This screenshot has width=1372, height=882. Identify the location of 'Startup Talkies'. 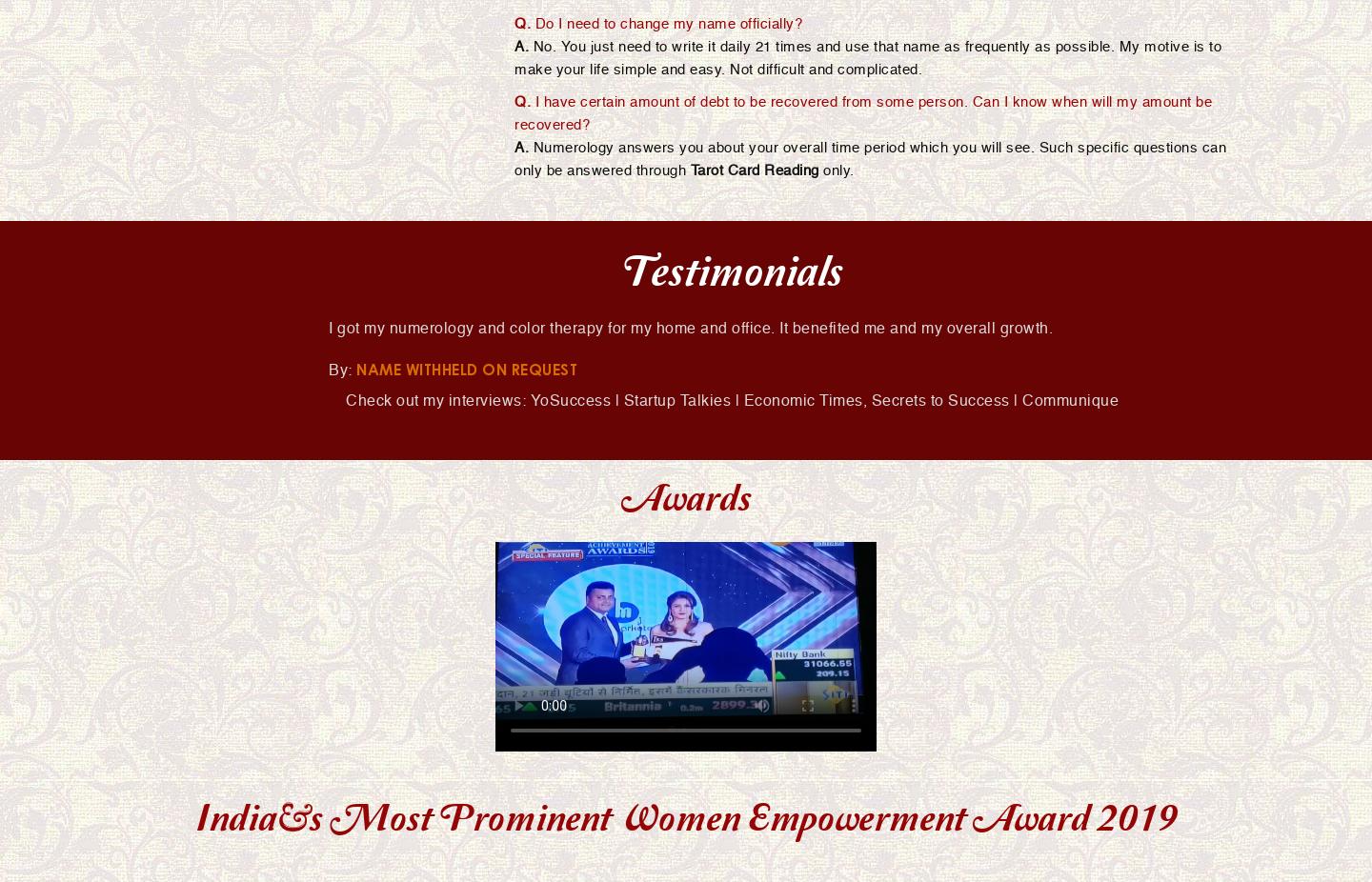
(622, 400).